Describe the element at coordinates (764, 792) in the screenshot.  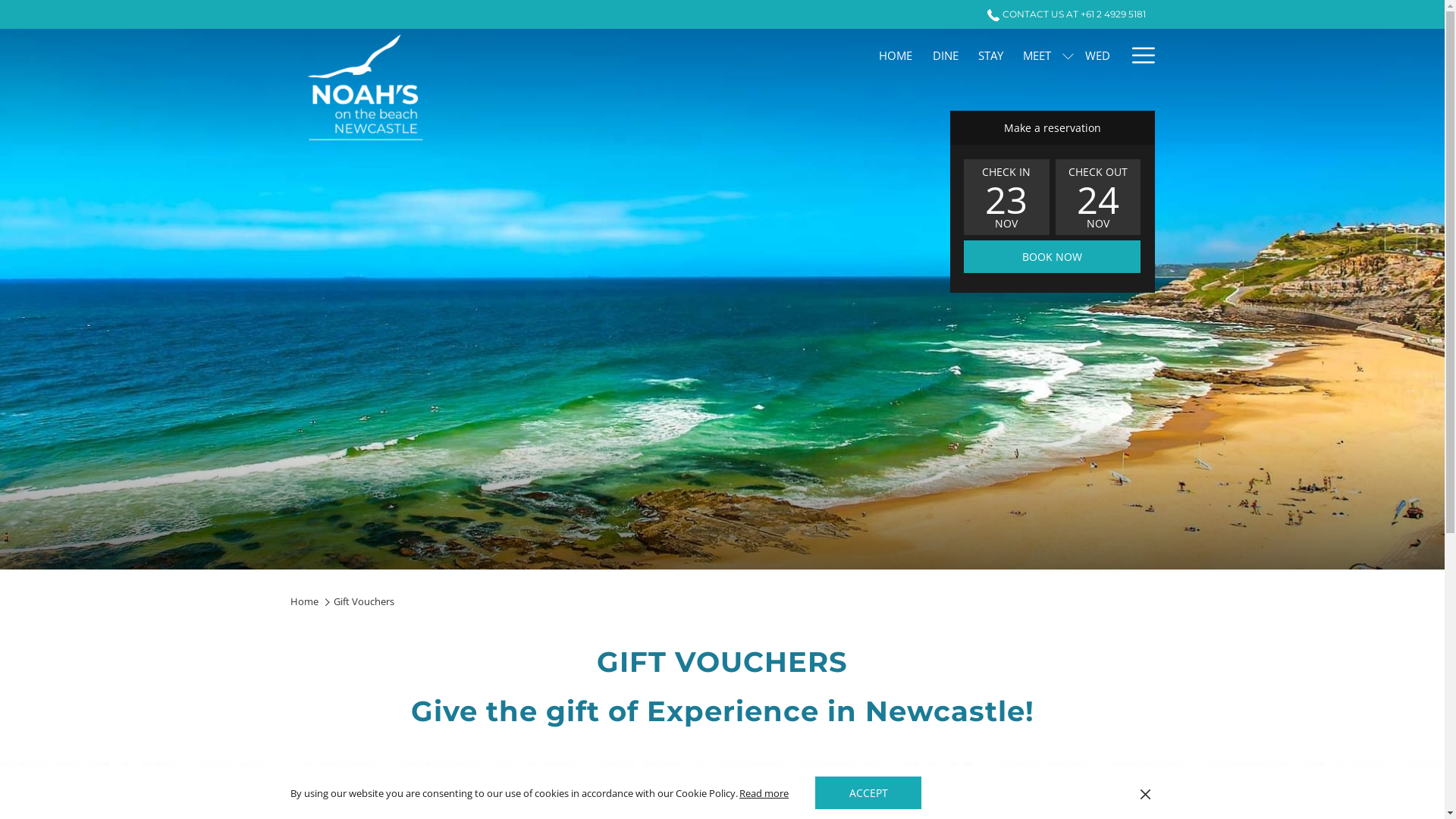
I see `'Read more'` at that location.